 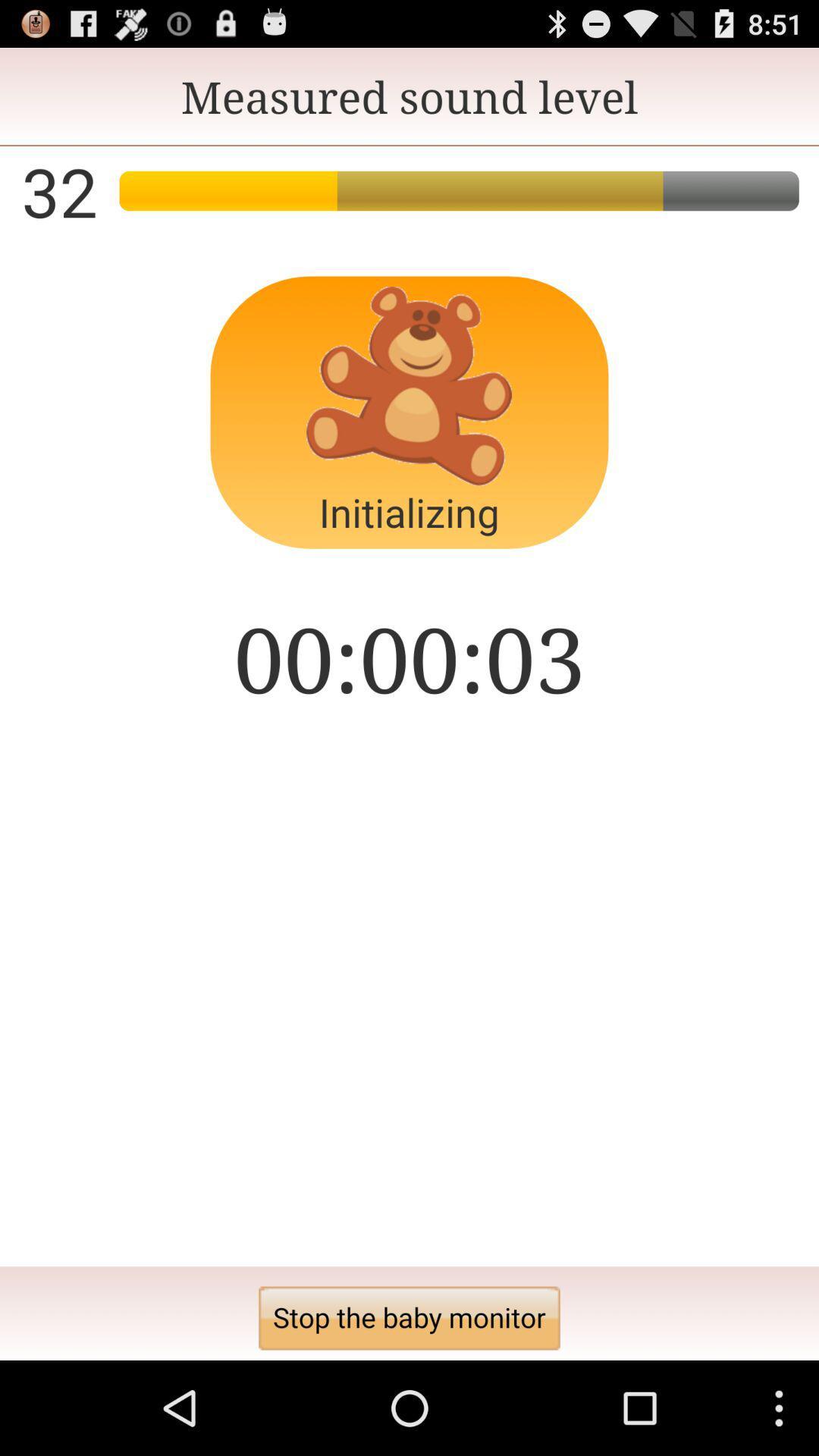 I want to click on the stop the baby icon, so click(x=409, y=1317).